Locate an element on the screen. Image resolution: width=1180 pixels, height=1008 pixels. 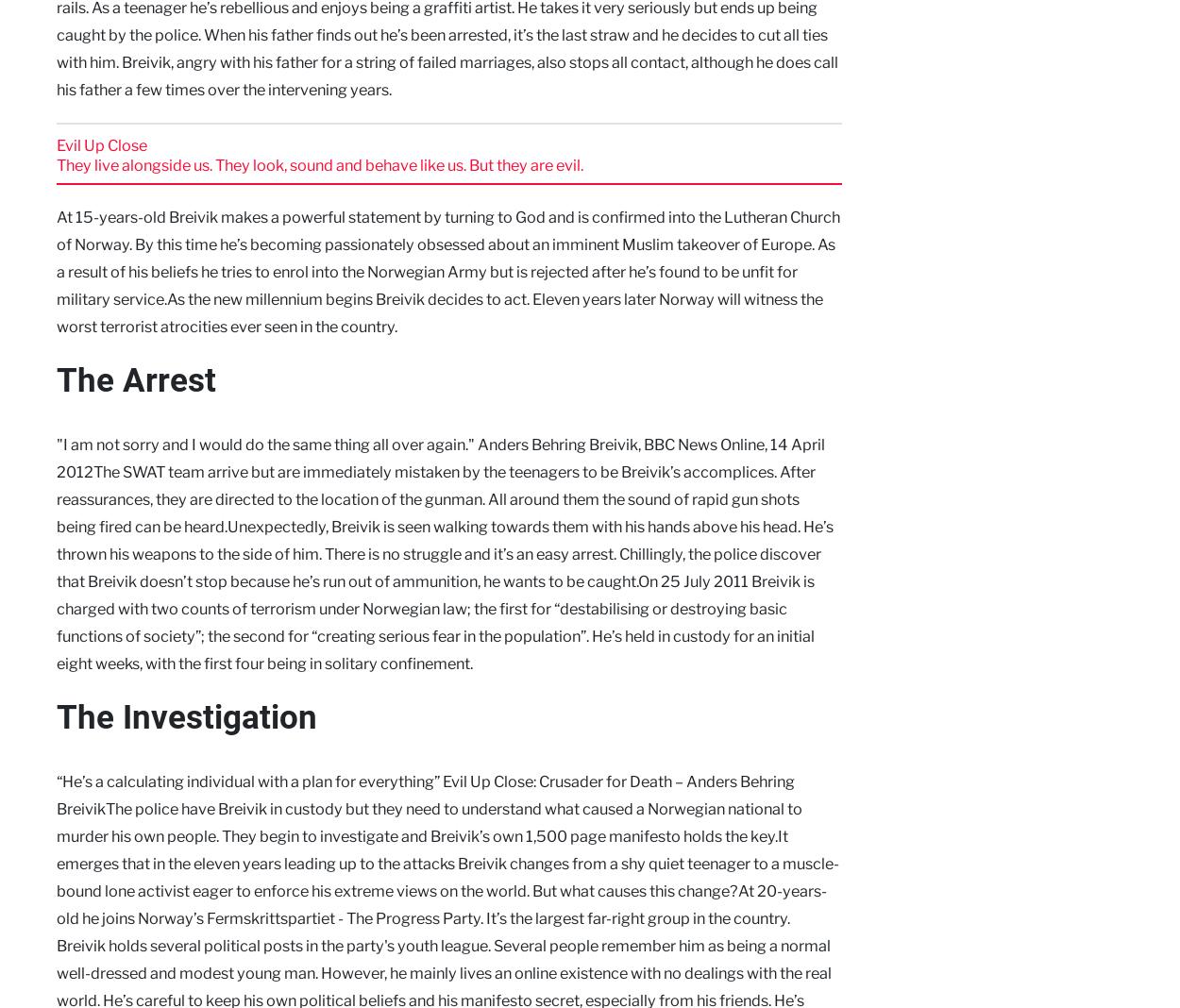
'.' is located at coordinates (944, 885).